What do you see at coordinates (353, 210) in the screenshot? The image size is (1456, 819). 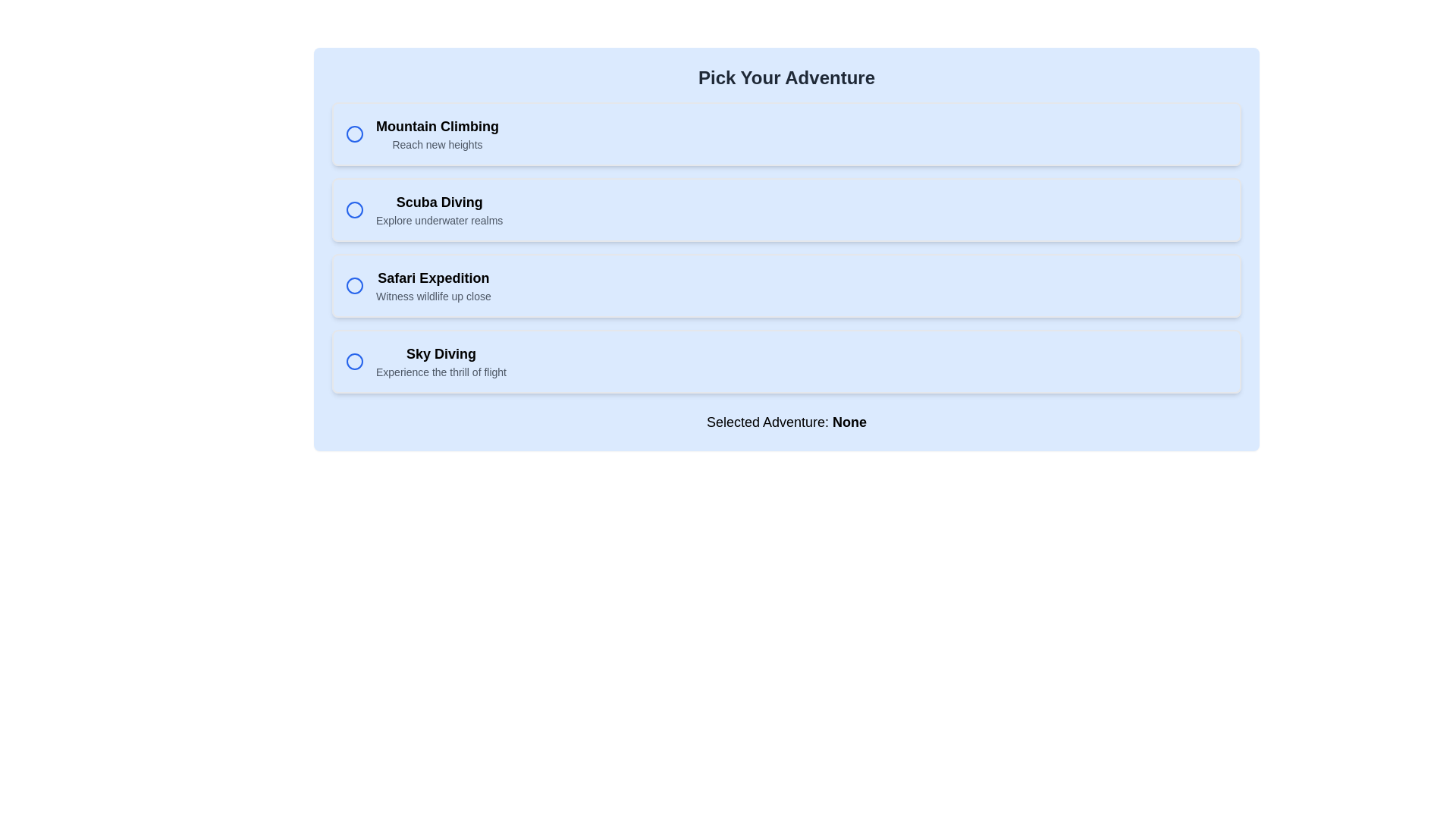 I see `the Radio Button Indicator located to the left of the 'Scuba Diving' text in the second option of the list` at bounding box center [353, 210].